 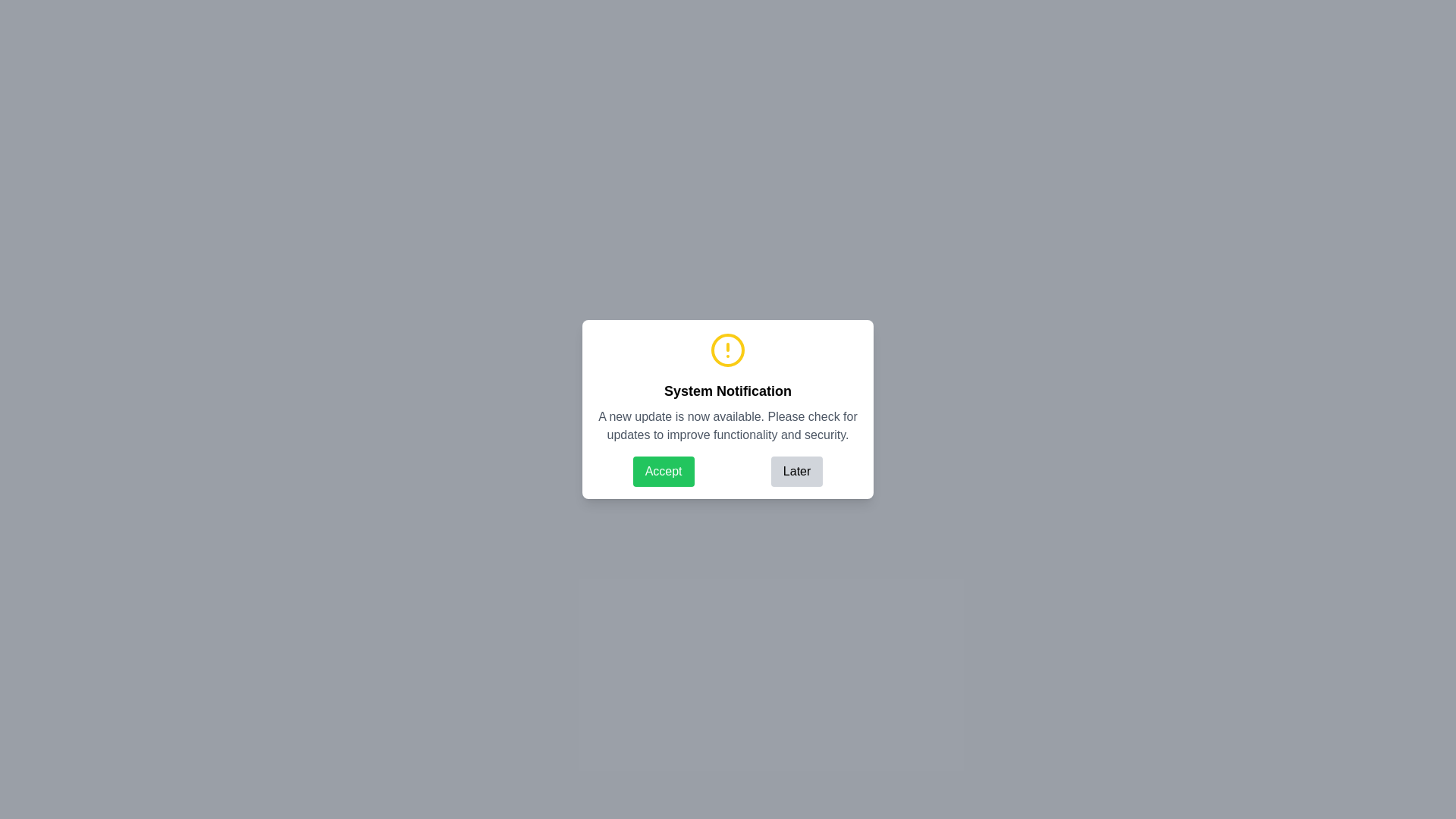 I want to click on the buttons in the notification dialog box that contains 'Accept' and 'Later' options, located at the bottom section of the dialog, so click(x=728, y=470).